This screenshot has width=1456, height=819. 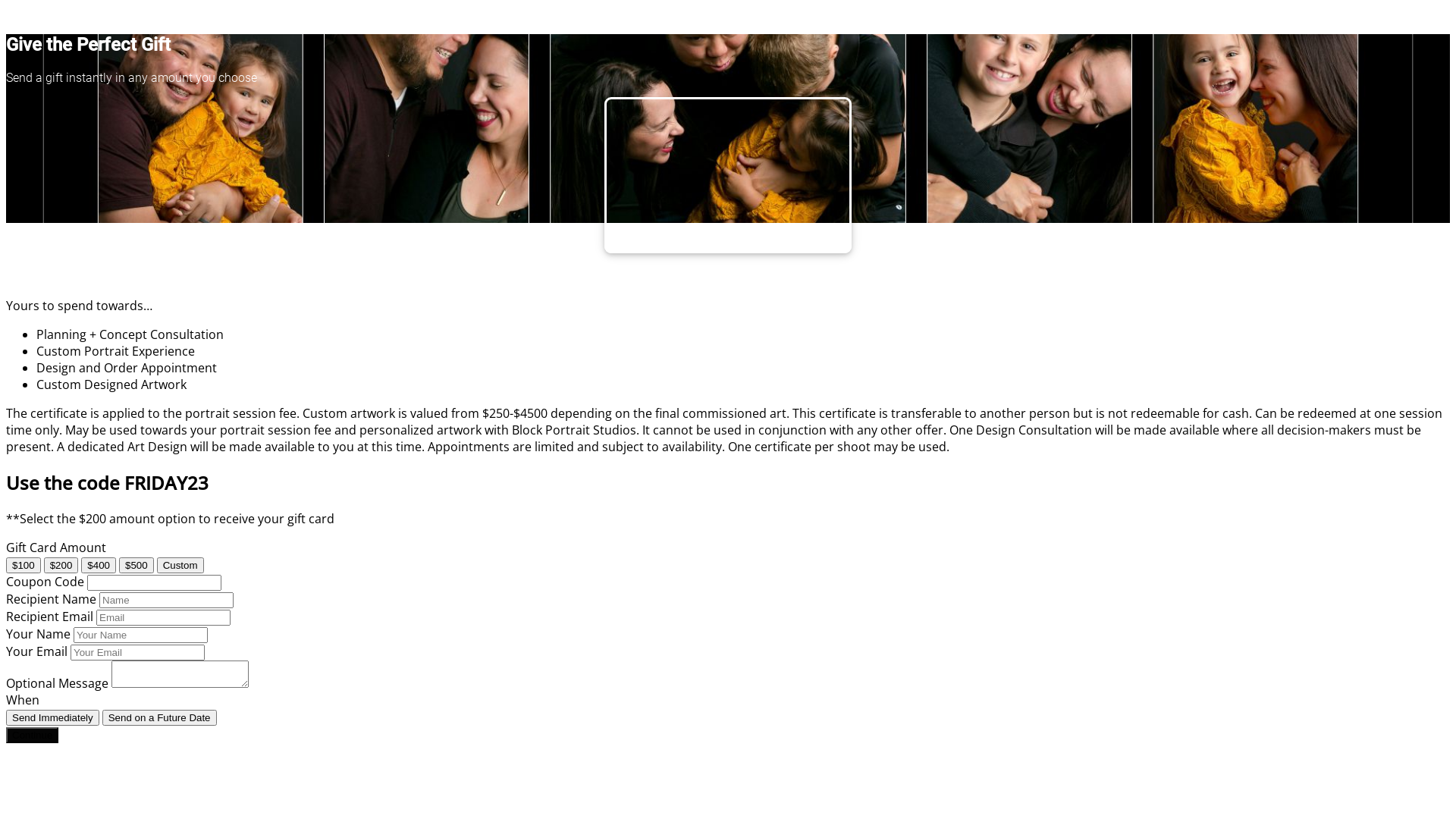 What do you see at coordinates (61, 565) in the screenshot?
I see `'$200'` at bounding box center [61, 565].